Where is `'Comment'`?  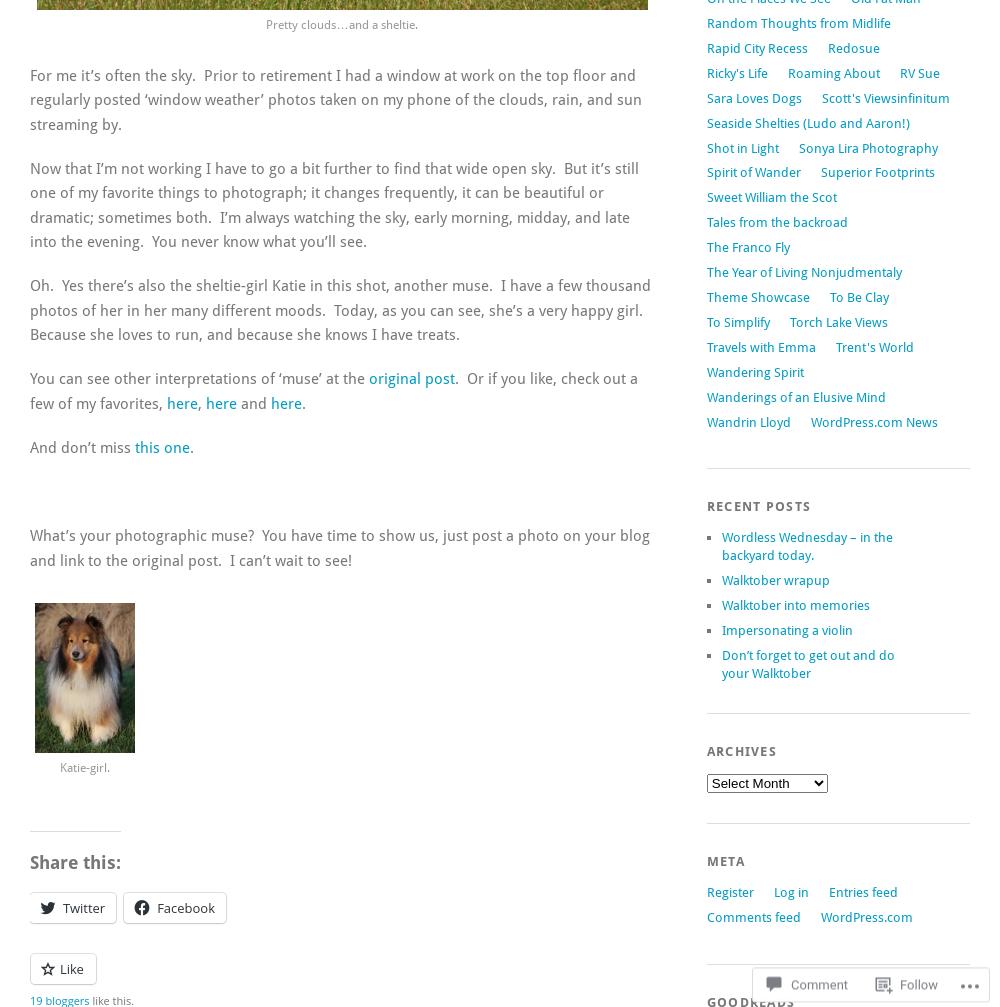 'Comment' is located at coordinates (818, 964).